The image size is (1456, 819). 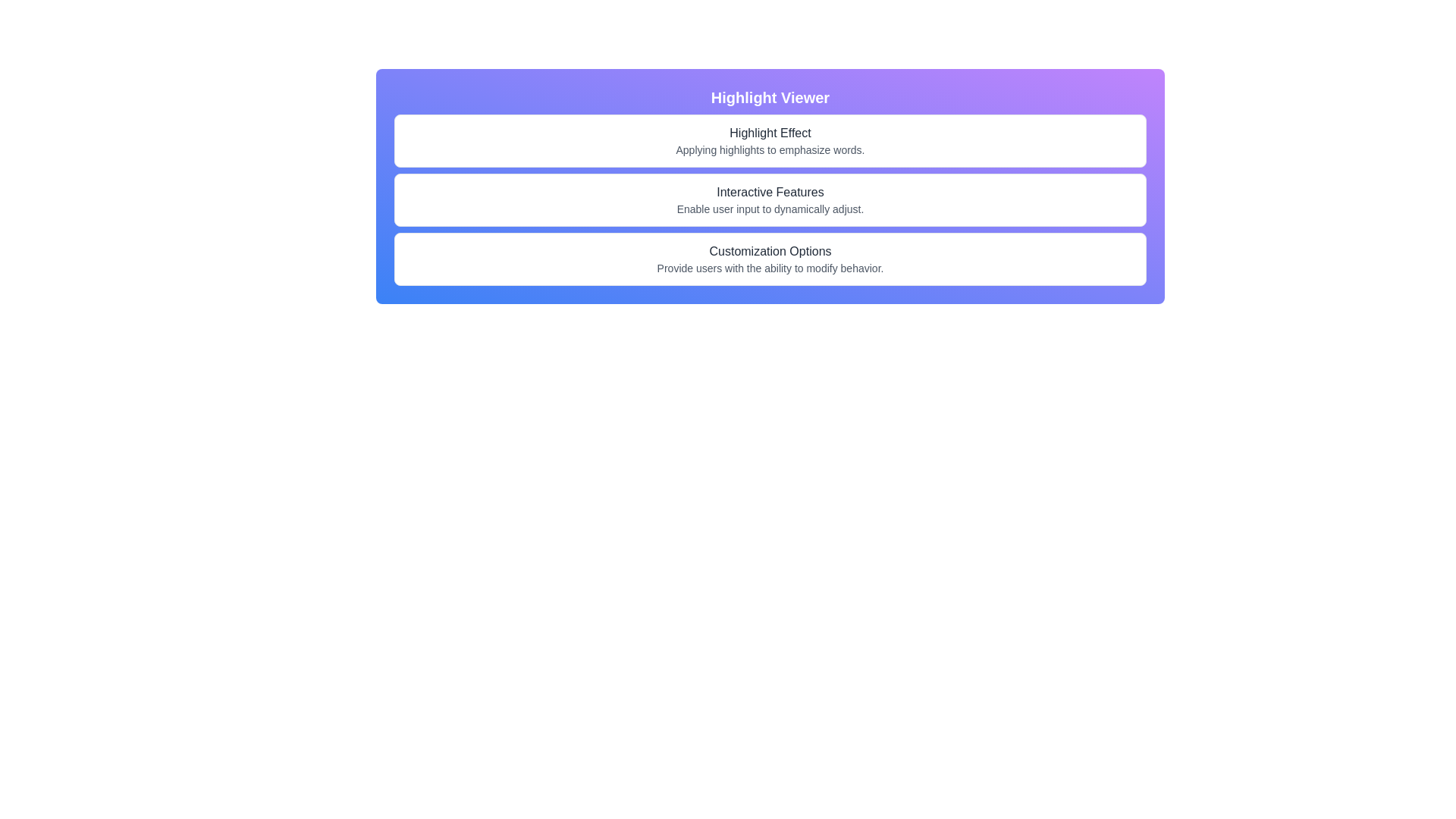 What do you see at coordinates (763, 250) in the screenshot?
I see `the lowercase letter 'a' which is styled with an underline on hover, located at the end of the label 'Customization Options' in the third row` at bounding box center [763, 250].